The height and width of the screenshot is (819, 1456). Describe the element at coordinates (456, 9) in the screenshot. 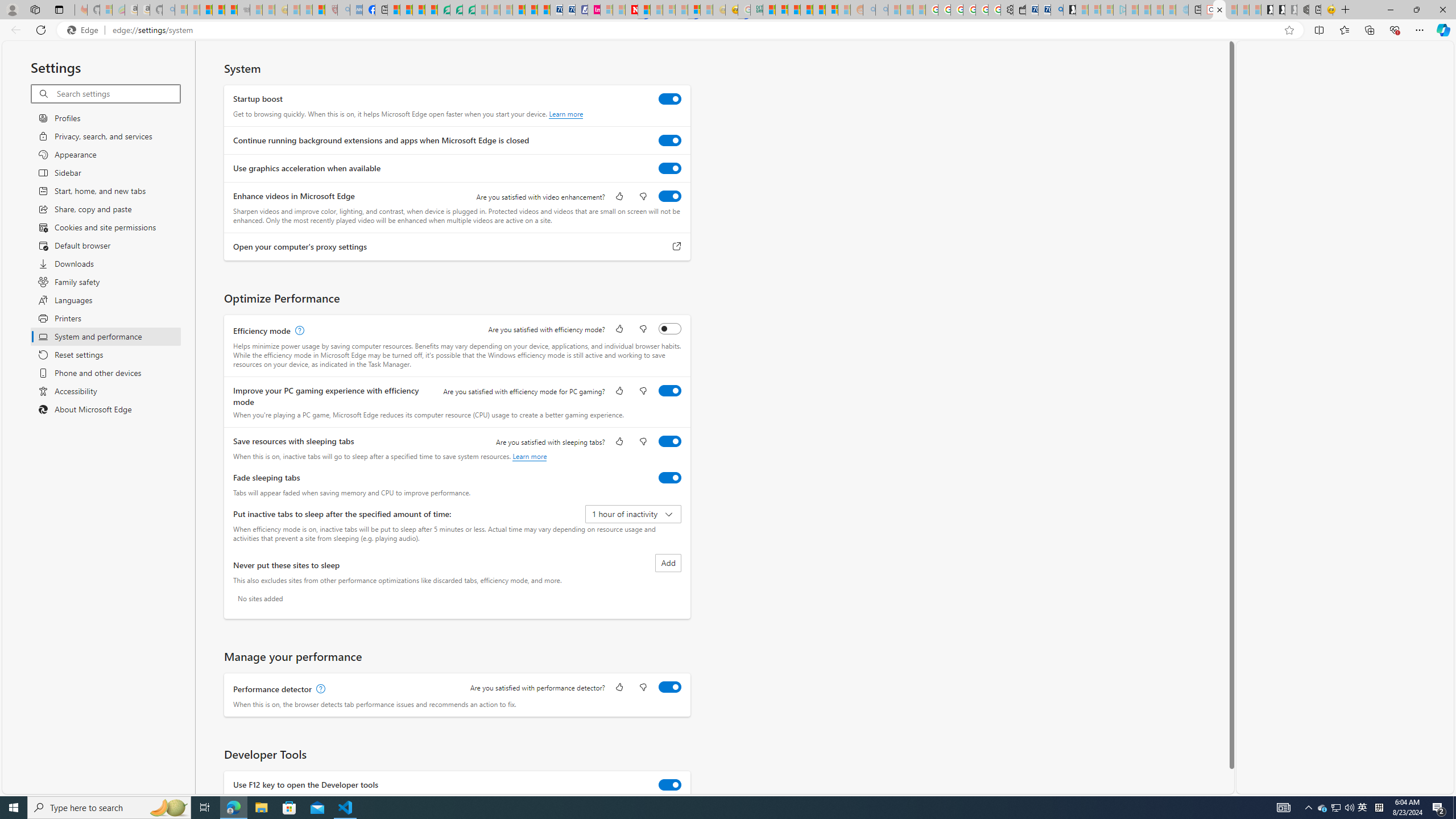

I see `'Terms of Use Agreement'` at that location.